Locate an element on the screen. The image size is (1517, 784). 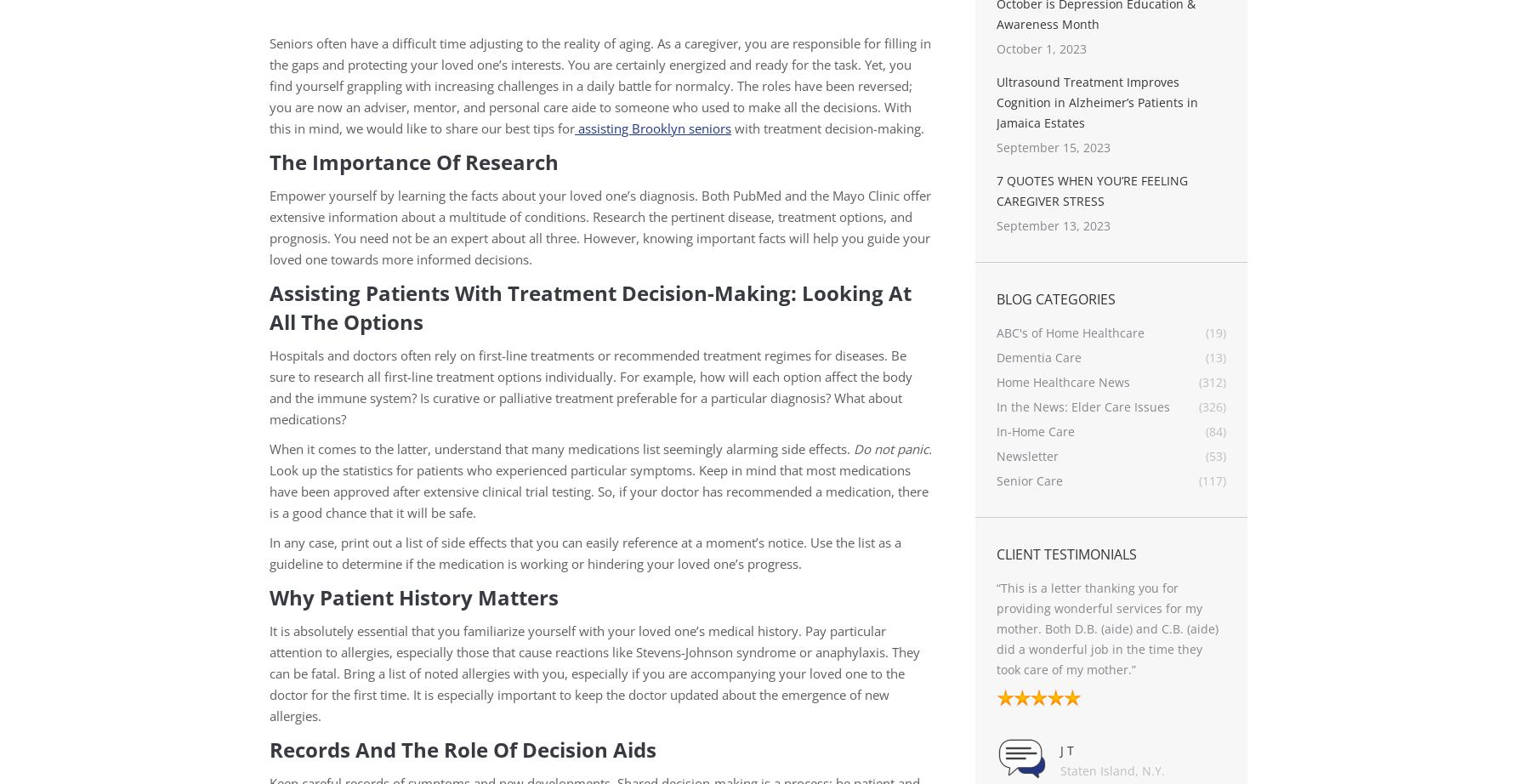
'BLOG CATEGORIES' is located at coordinates (1055, 298).